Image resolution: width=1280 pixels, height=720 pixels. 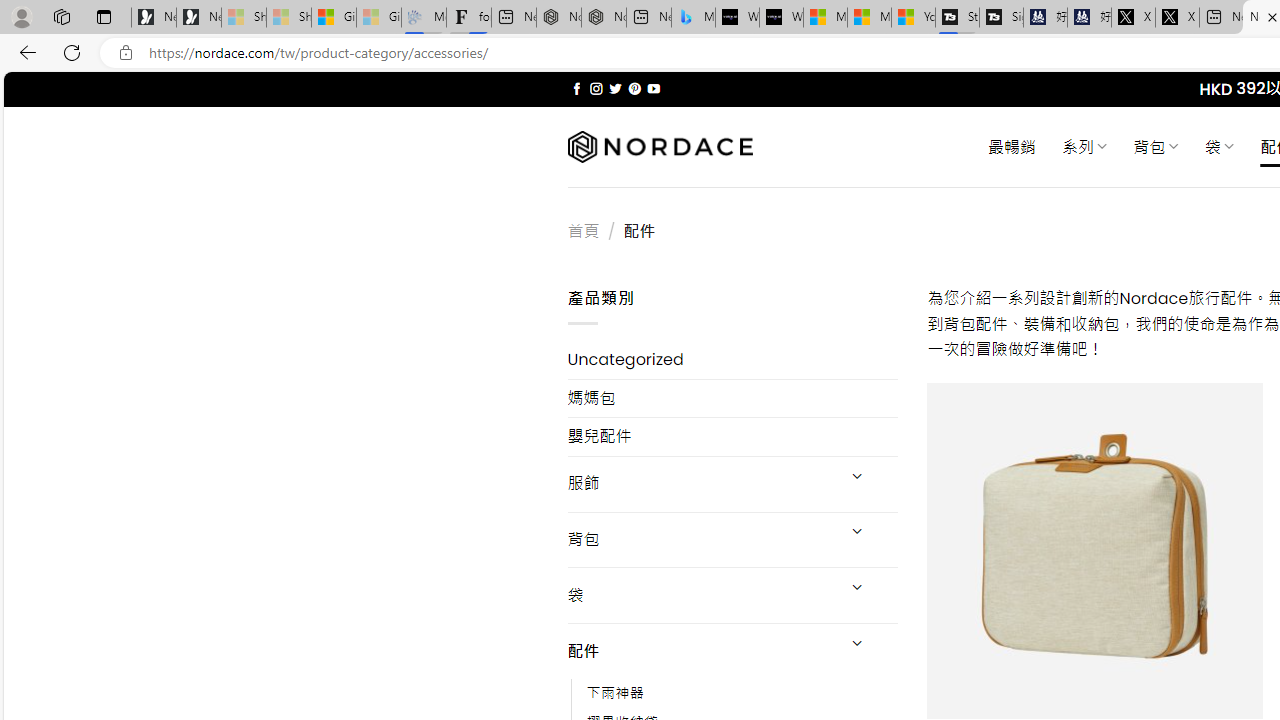 I want to click on 'Uncategorized', so click(x=731, y=360).